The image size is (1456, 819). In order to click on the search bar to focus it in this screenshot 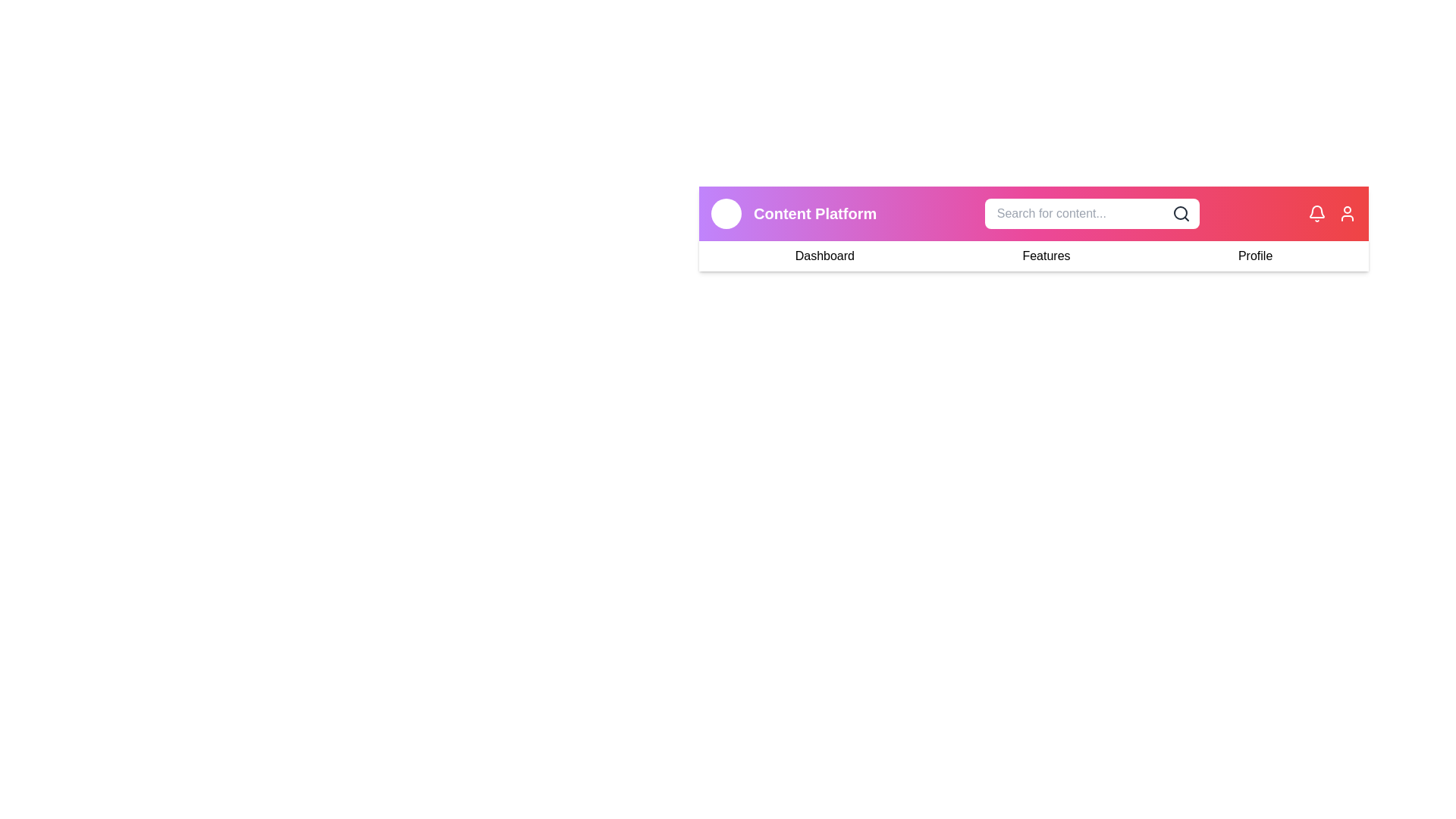, I will do `click(1092, 213)`.